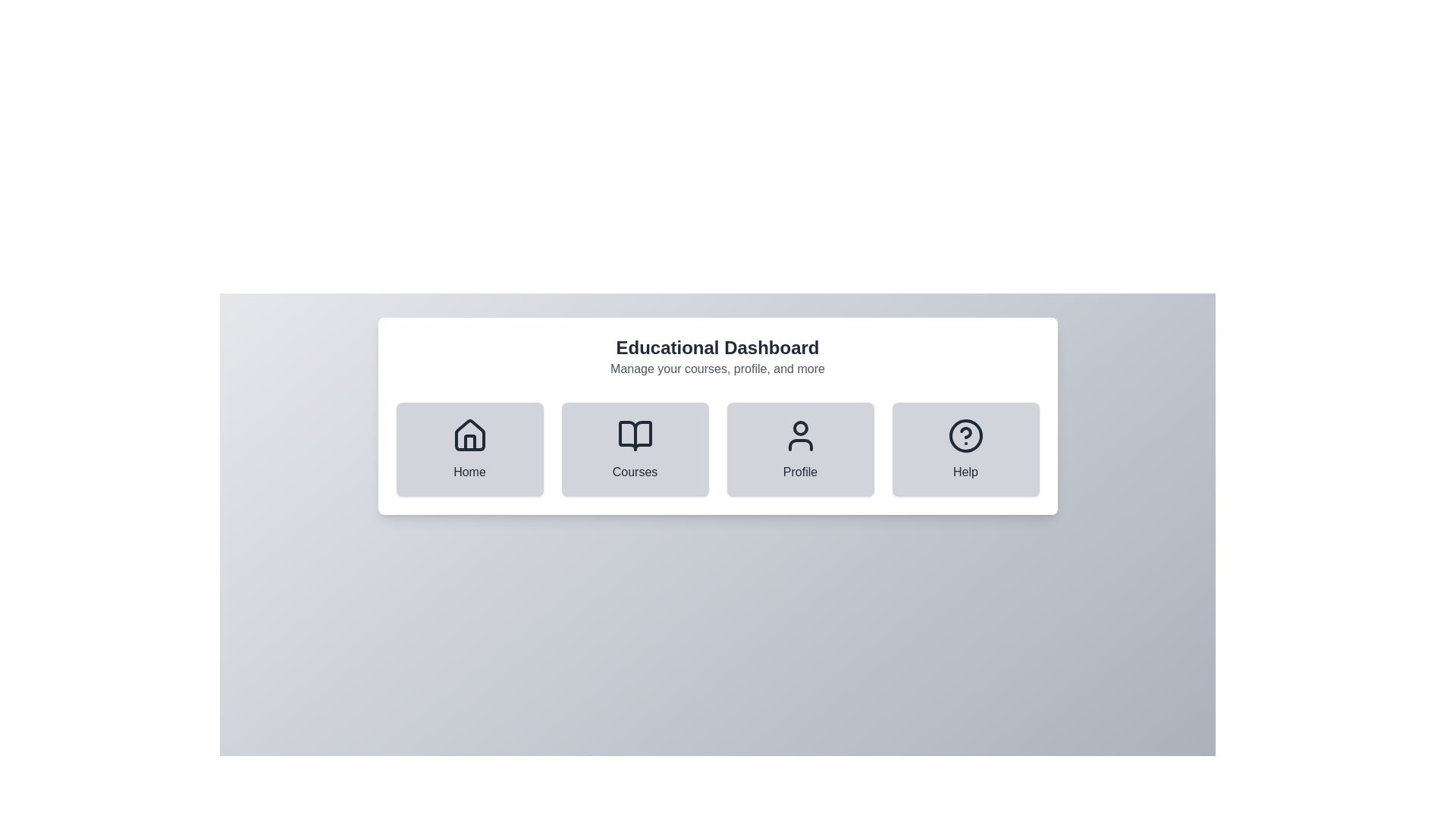 The image size is (1456, 819). Describe the element at coordinates (469, 449) in the screenshot. I see `the navigational button located at the leftmost position of the first row in the grid layout` at that location.